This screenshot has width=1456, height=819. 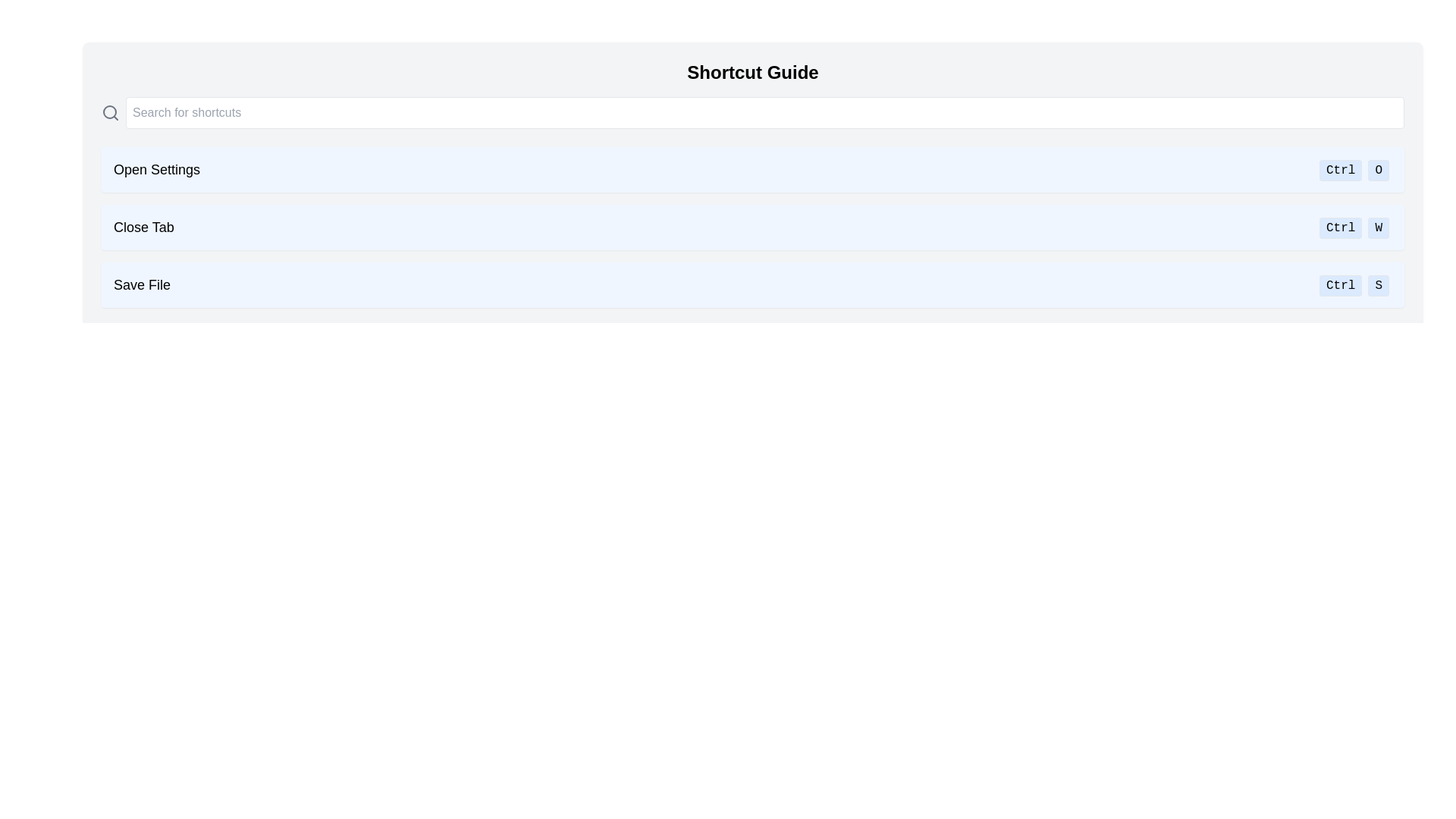 I want to click on the search icon located at the top-left of the search bar to initiate a search, so click(x=109, y=112).